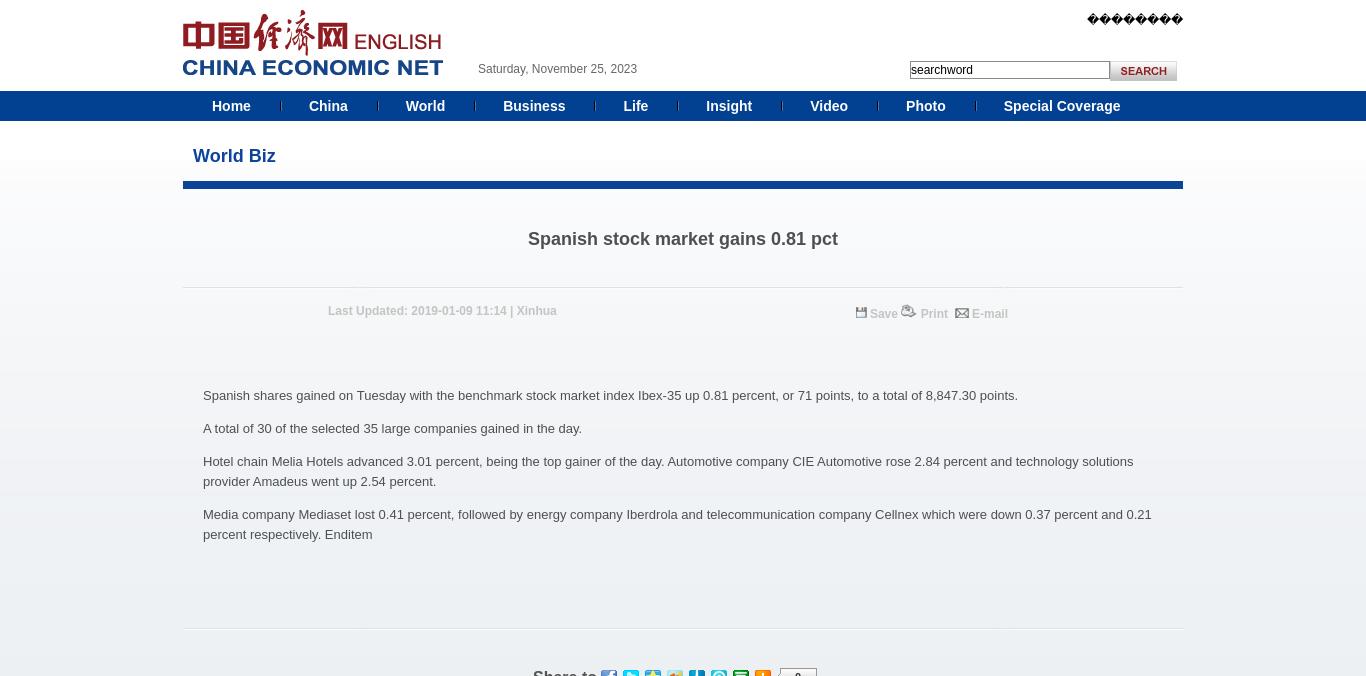 Image resolution: width=1366 pixels, height=676 pixels. Describe the element at coordinates (809, 105) in the screenshot. I see `'Video'` at that location.